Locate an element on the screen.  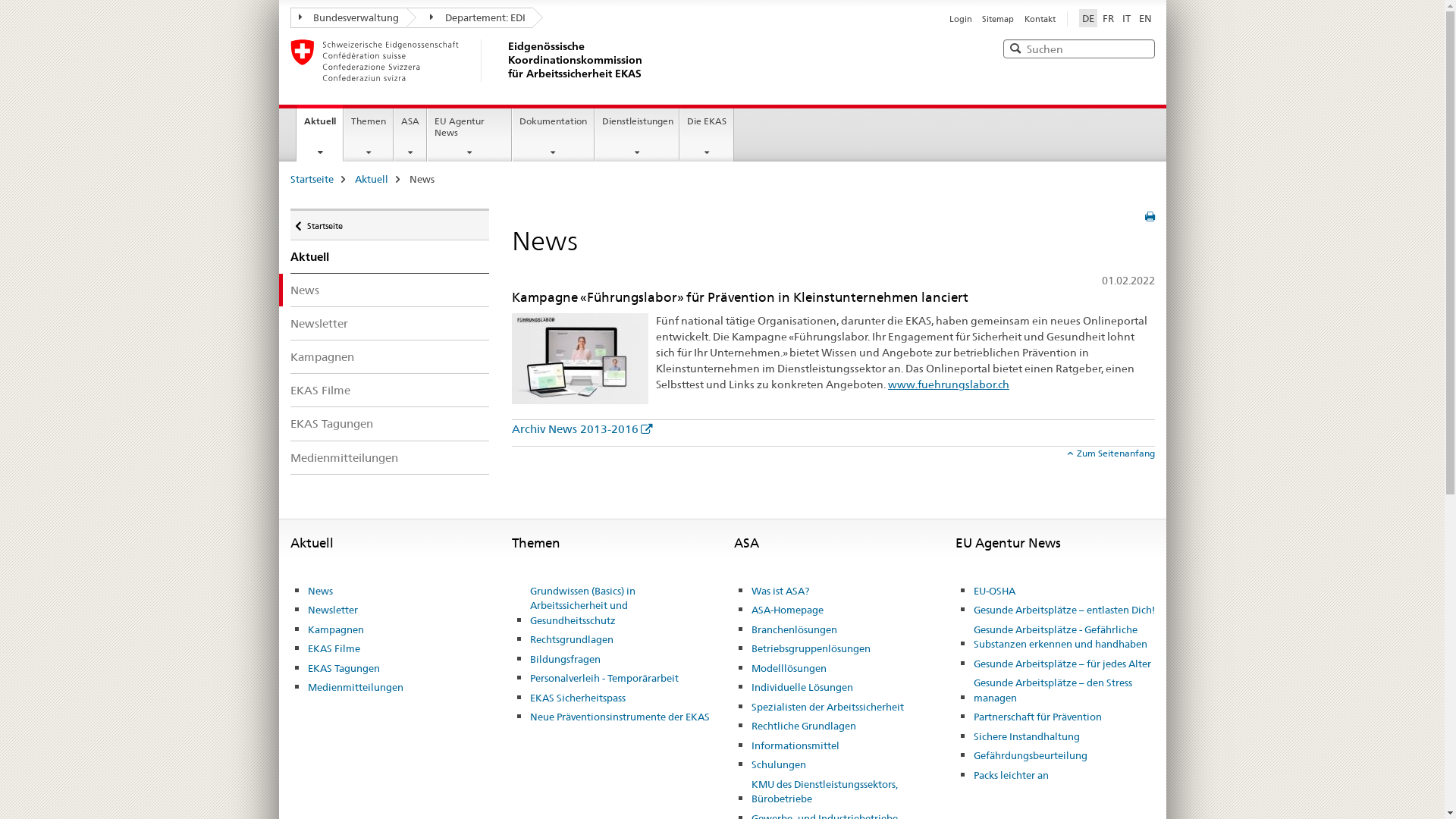
'Themen' is located at coordinates (344, 133).